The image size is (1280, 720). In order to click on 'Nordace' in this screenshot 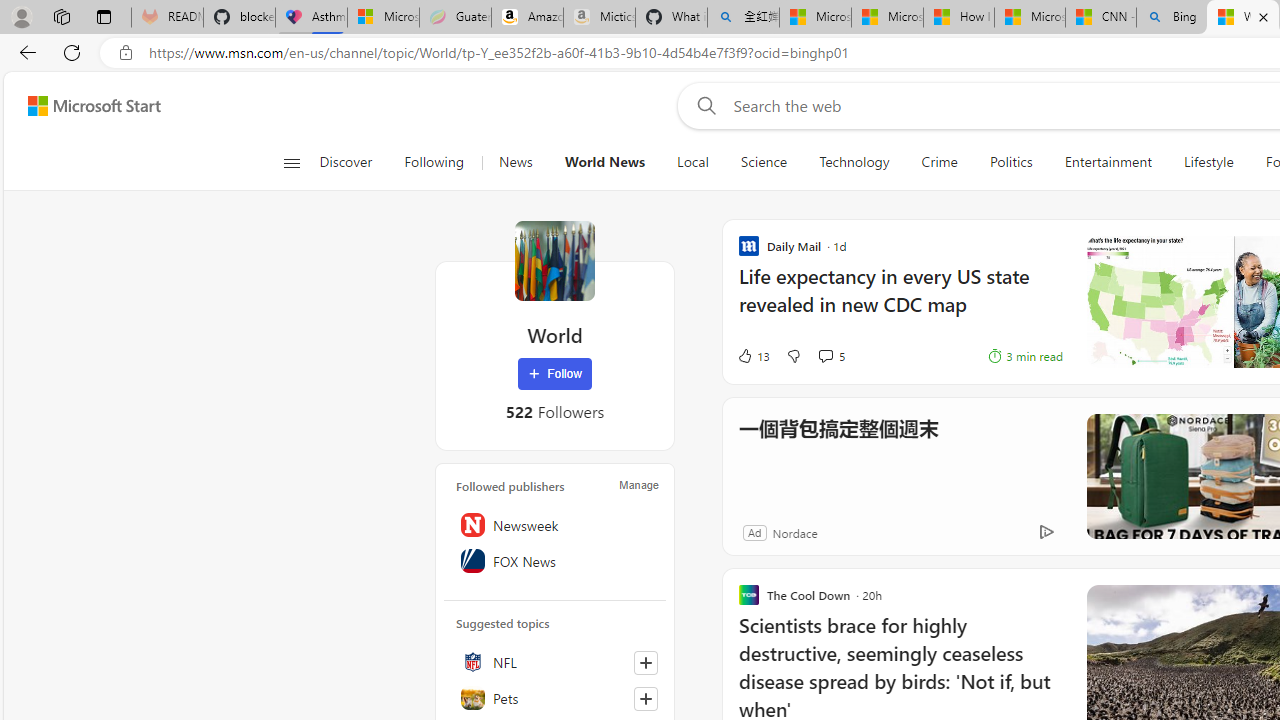, I will do `click(793, 531)`.